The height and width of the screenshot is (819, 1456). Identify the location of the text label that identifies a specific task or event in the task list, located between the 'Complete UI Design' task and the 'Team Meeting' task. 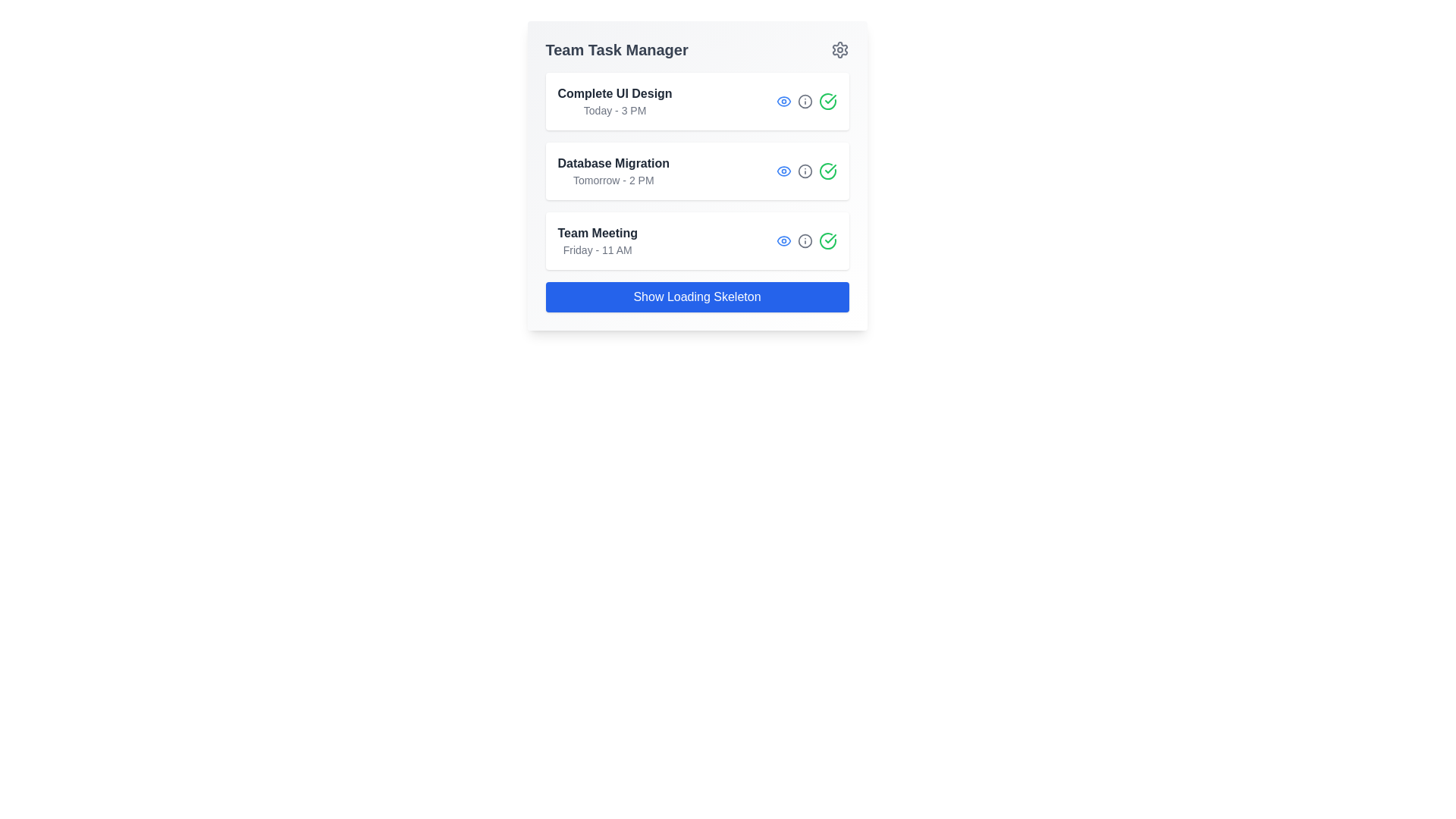
(613, 164).